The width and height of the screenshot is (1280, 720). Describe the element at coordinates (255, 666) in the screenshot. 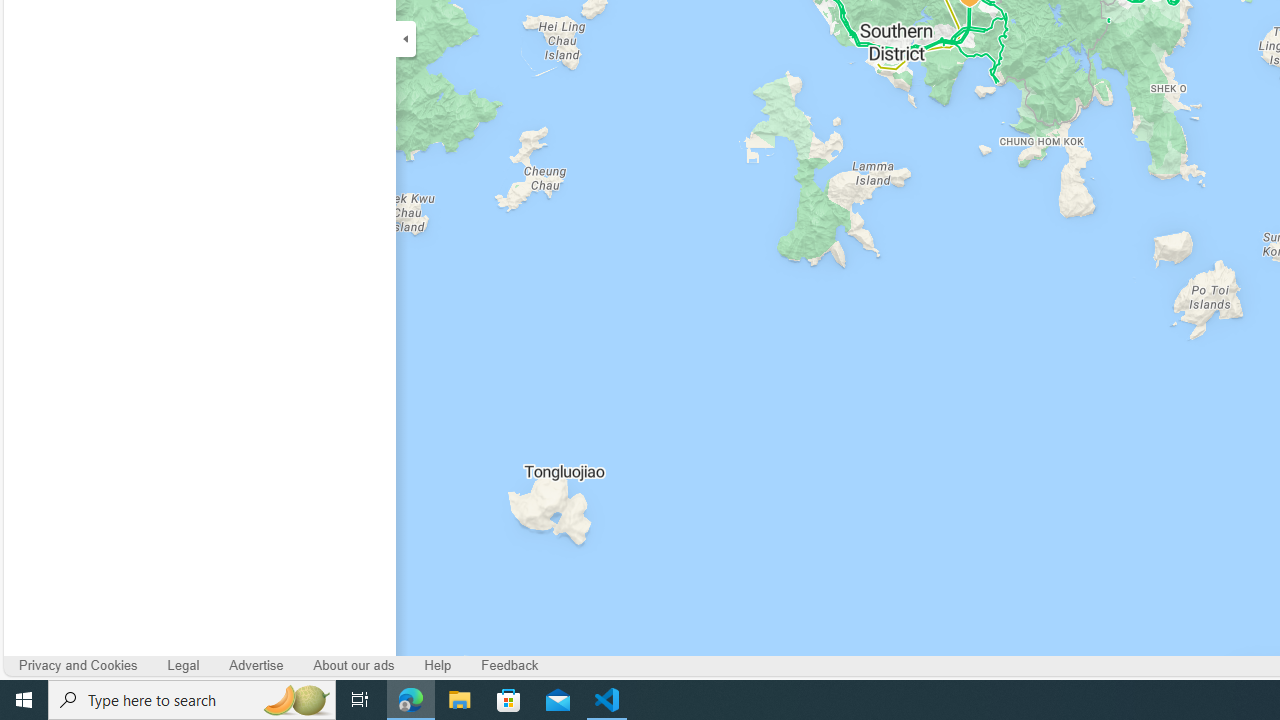

I see `'Advertise'` at that location.